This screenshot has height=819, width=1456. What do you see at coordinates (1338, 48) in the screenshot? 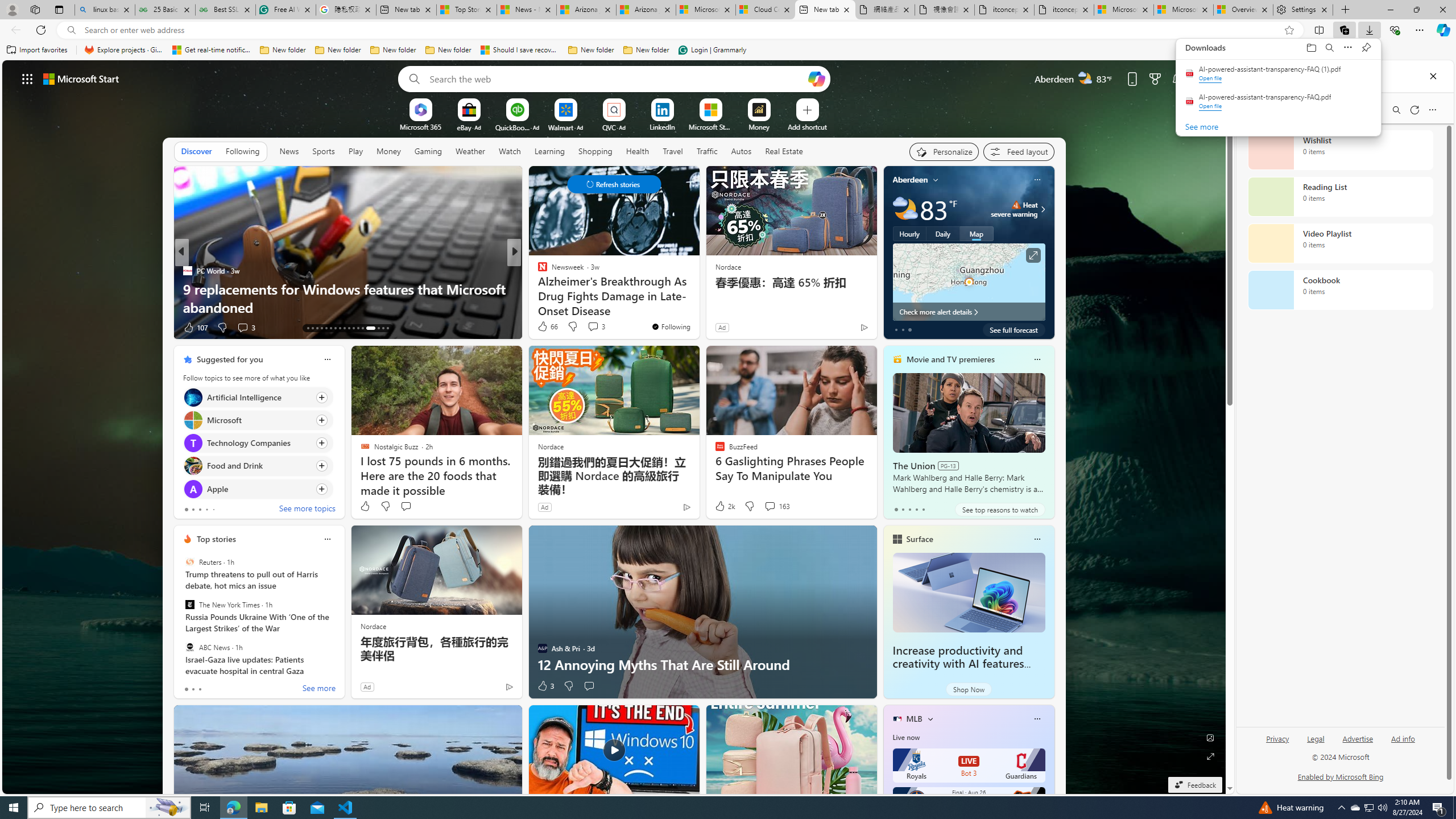
I see `'Downloads'` at bounding box center [1338, 48].